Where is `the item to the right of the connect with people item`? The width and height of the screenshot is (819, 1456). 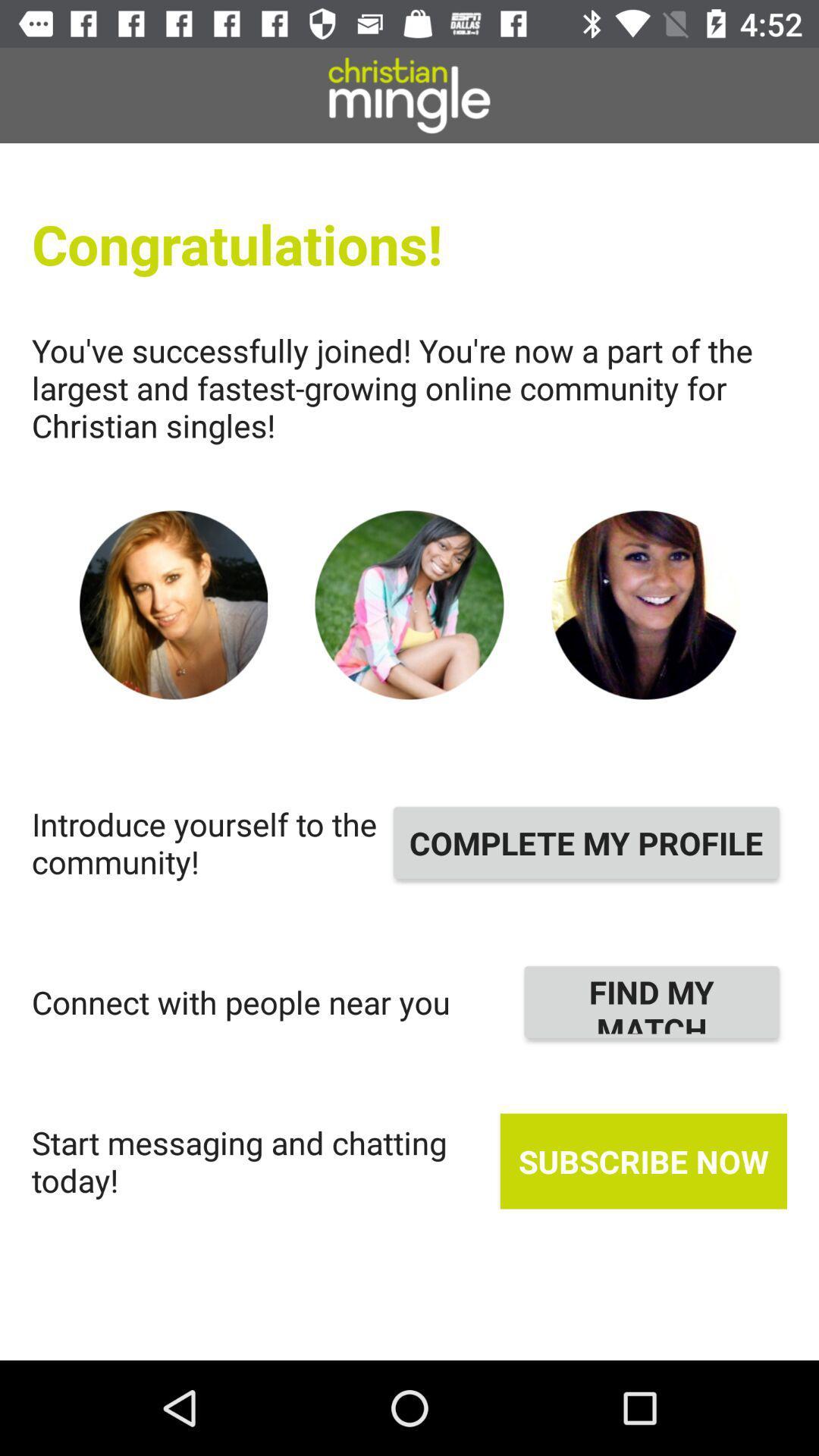
the item to the right of the connect with people item is located at coordinates (651, 1002).